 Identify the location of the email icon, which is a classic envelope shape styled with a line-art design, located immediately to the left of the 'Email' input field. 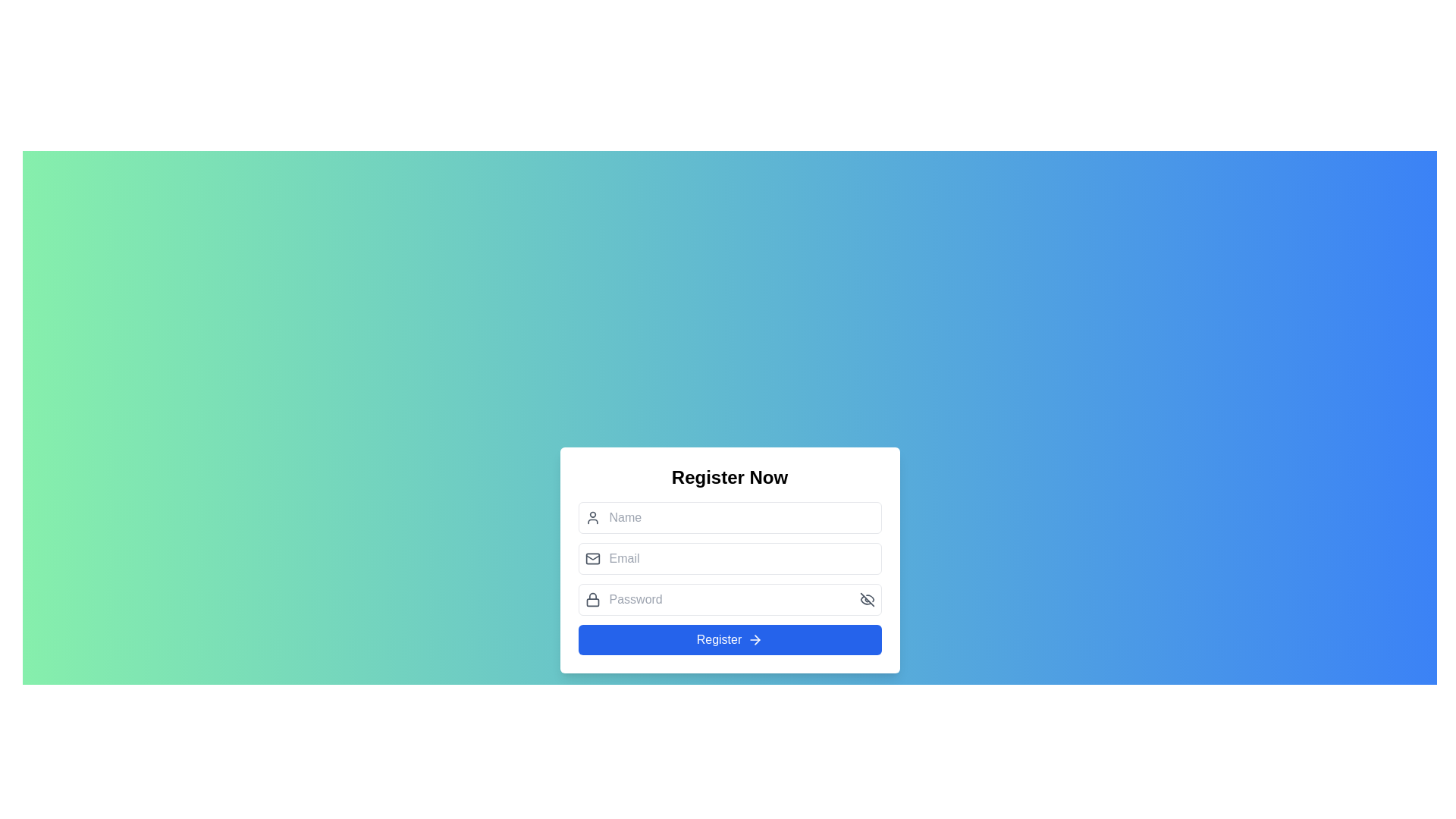
(591, 558).